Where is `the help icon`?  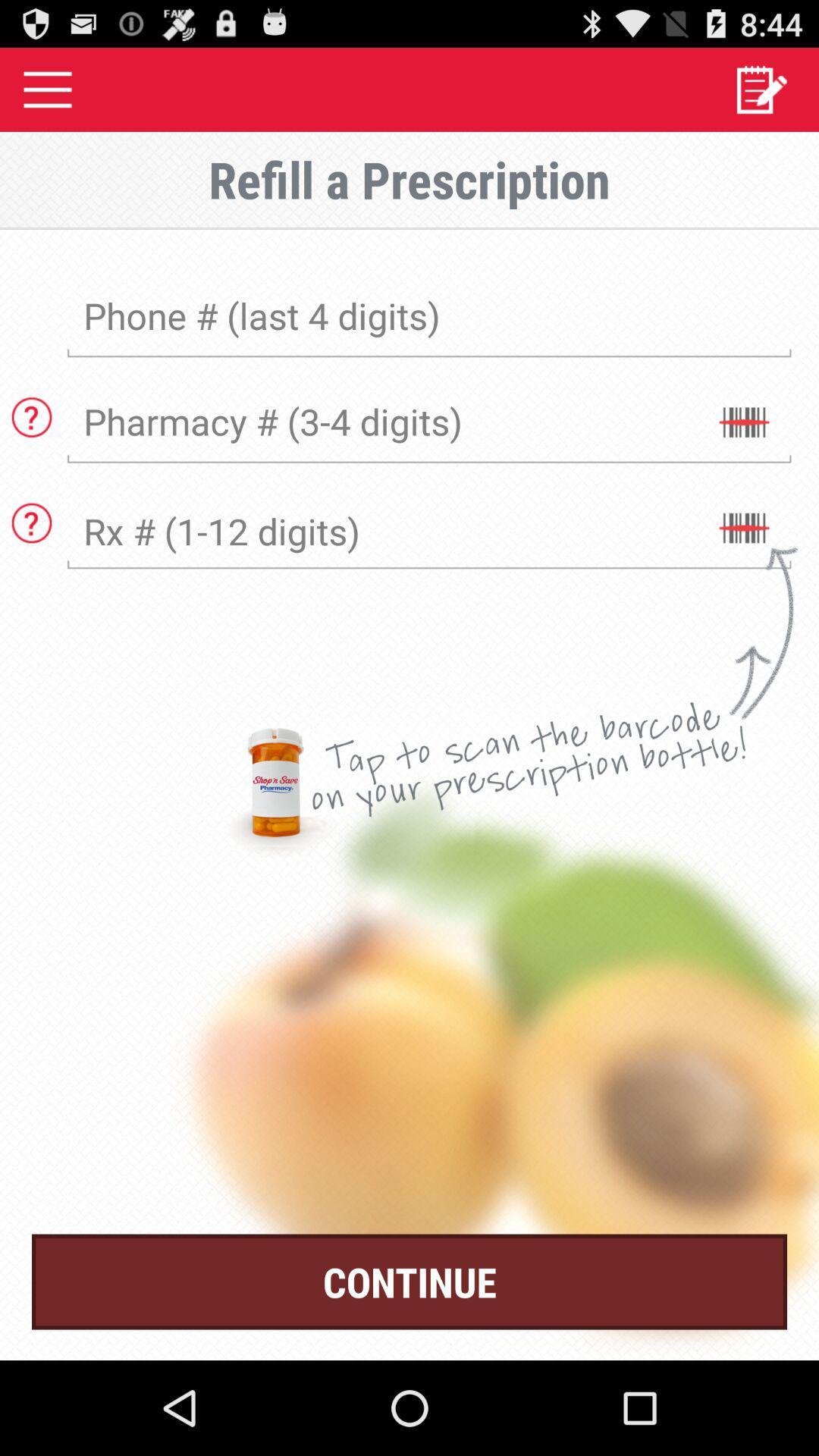 the help icon is located at coordinates (32, 554).